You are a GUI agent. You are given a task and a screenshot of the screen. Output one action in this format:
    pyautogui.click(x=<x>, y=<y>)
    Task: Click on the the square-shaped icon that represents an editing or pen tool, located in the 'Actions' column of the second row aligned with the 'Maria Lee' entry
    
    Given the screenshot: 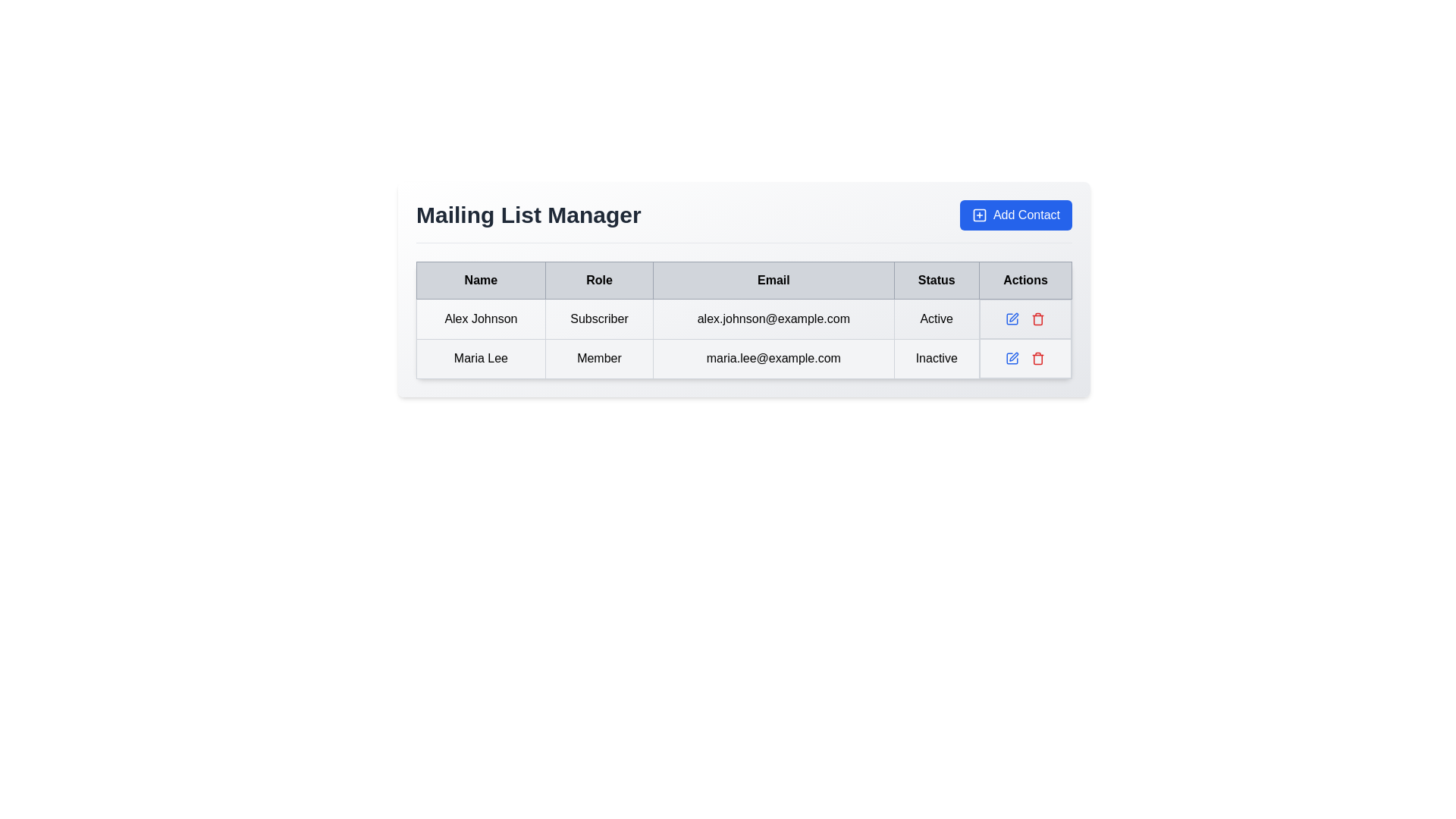 What is the action you would take?
    pyautogui.click(x=1012, y=318)
    